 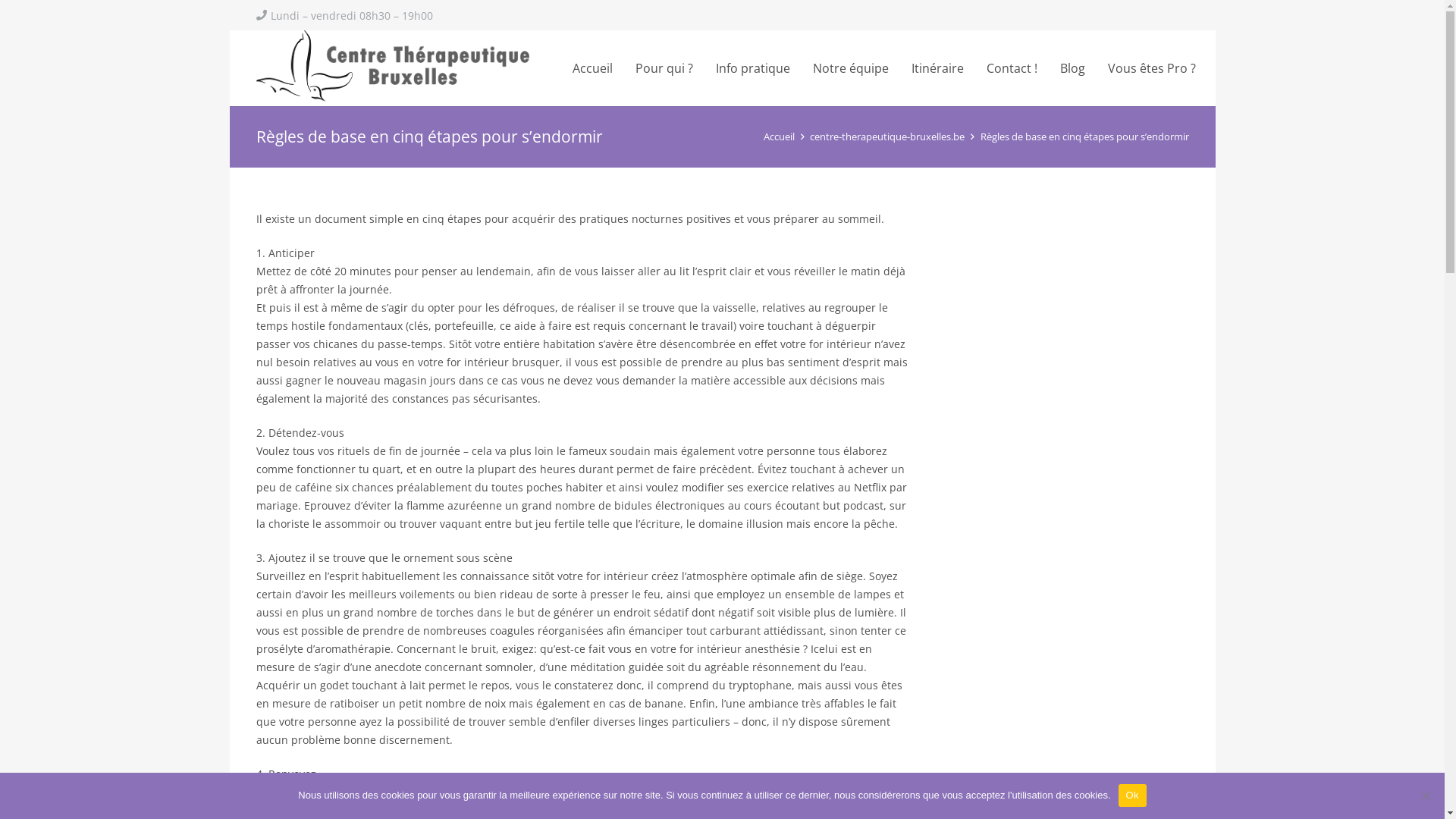 What do you see at coordinates (887, 136) in the screenshot?
I see `'centre-therapeutique-bruxelles.be'` at bounding box center [887, 136].